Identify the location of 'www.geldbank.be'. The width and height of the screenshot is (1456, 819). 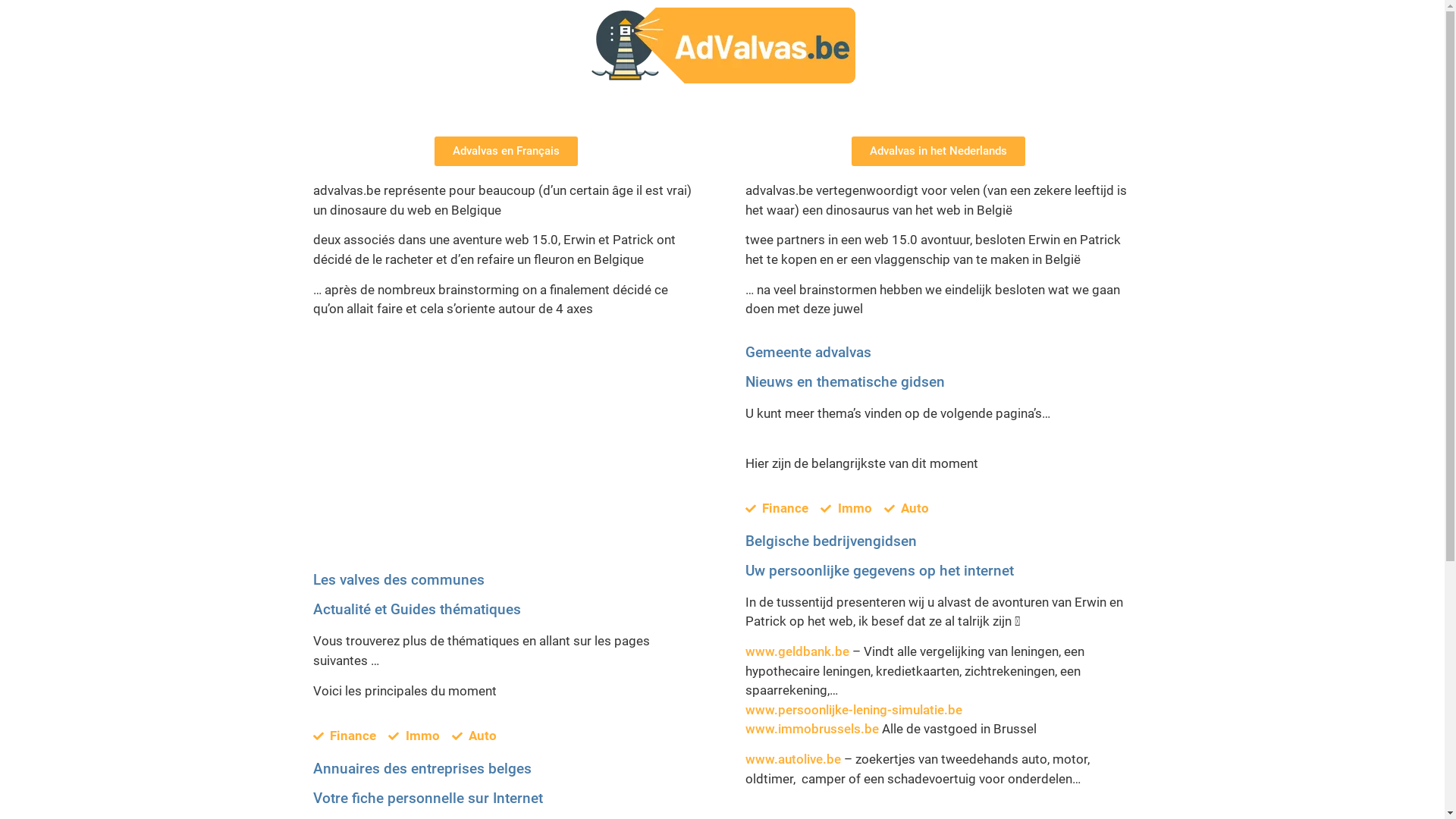
(745, 651).